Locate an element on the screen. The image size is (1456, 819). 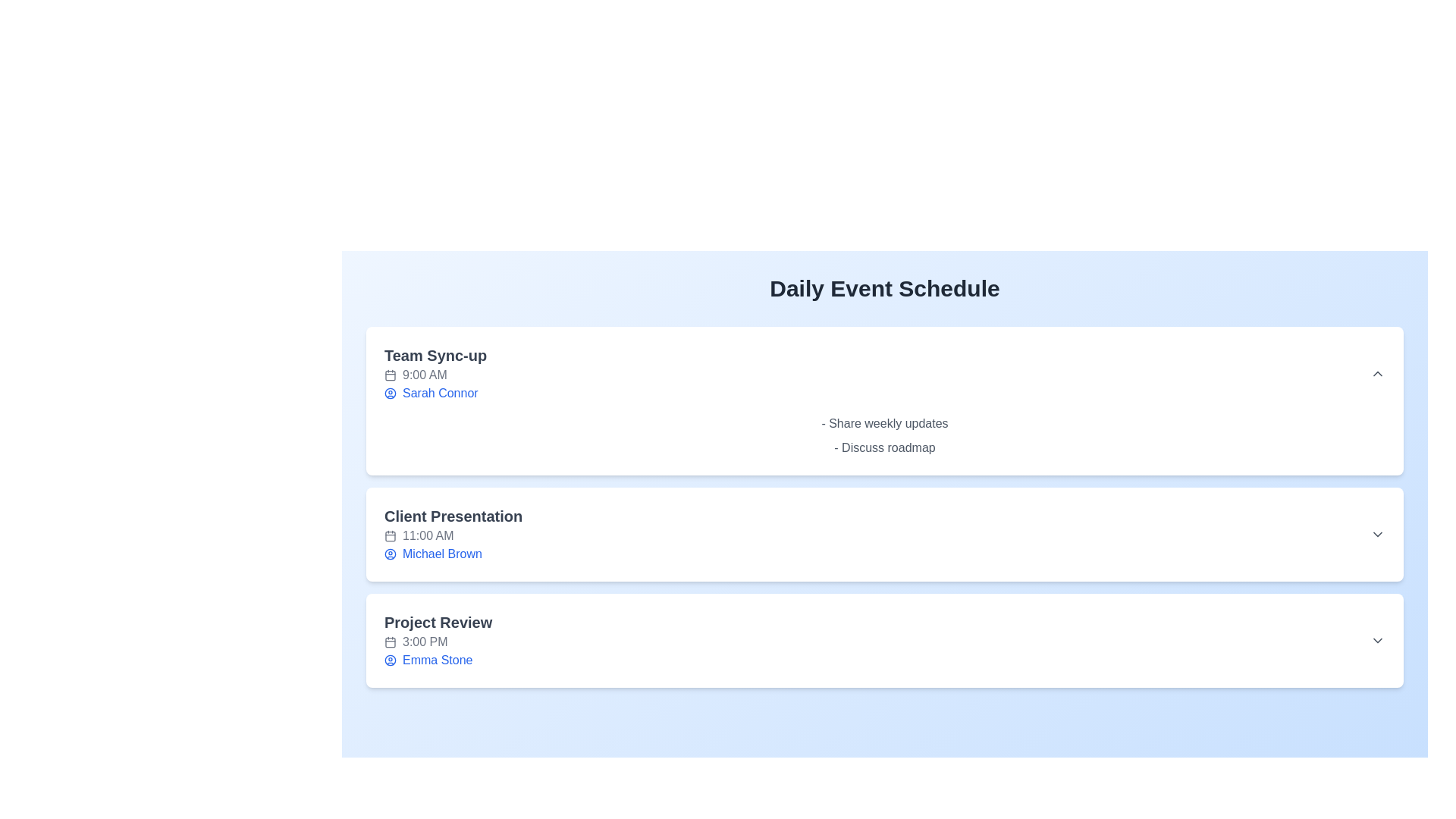
the circular user profile icon with a thin stroke line, which is part of the 'lucide lucide-circle-user' SVG component and is located next to the text 'Sarah Connor' in the 'Team Sync-up' event card is located at coordinates (390, 554).